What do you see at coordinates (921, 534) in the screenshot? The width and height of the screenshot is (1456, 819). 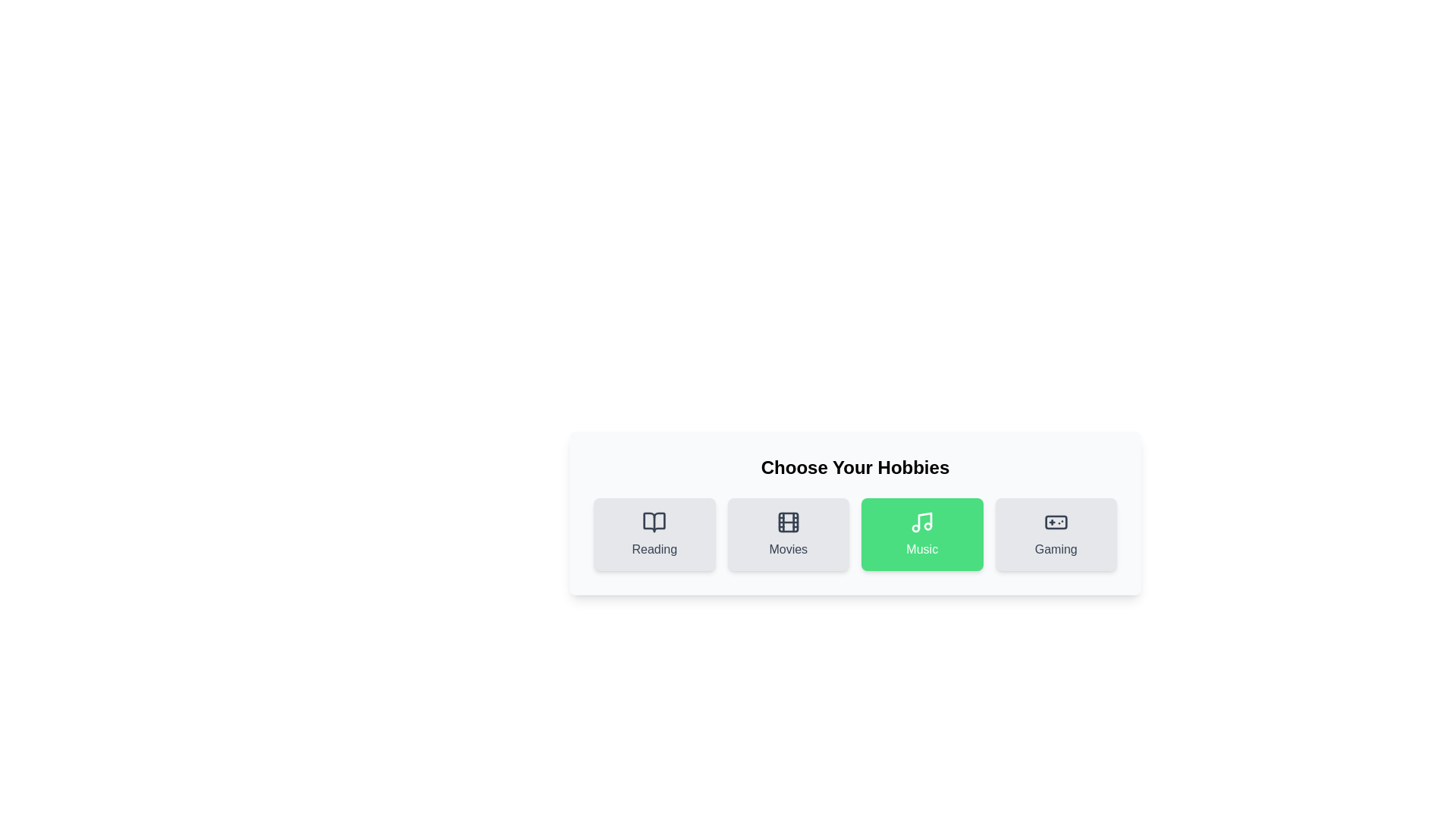 I see `the hobby Music` at bounding box center [921, 534].